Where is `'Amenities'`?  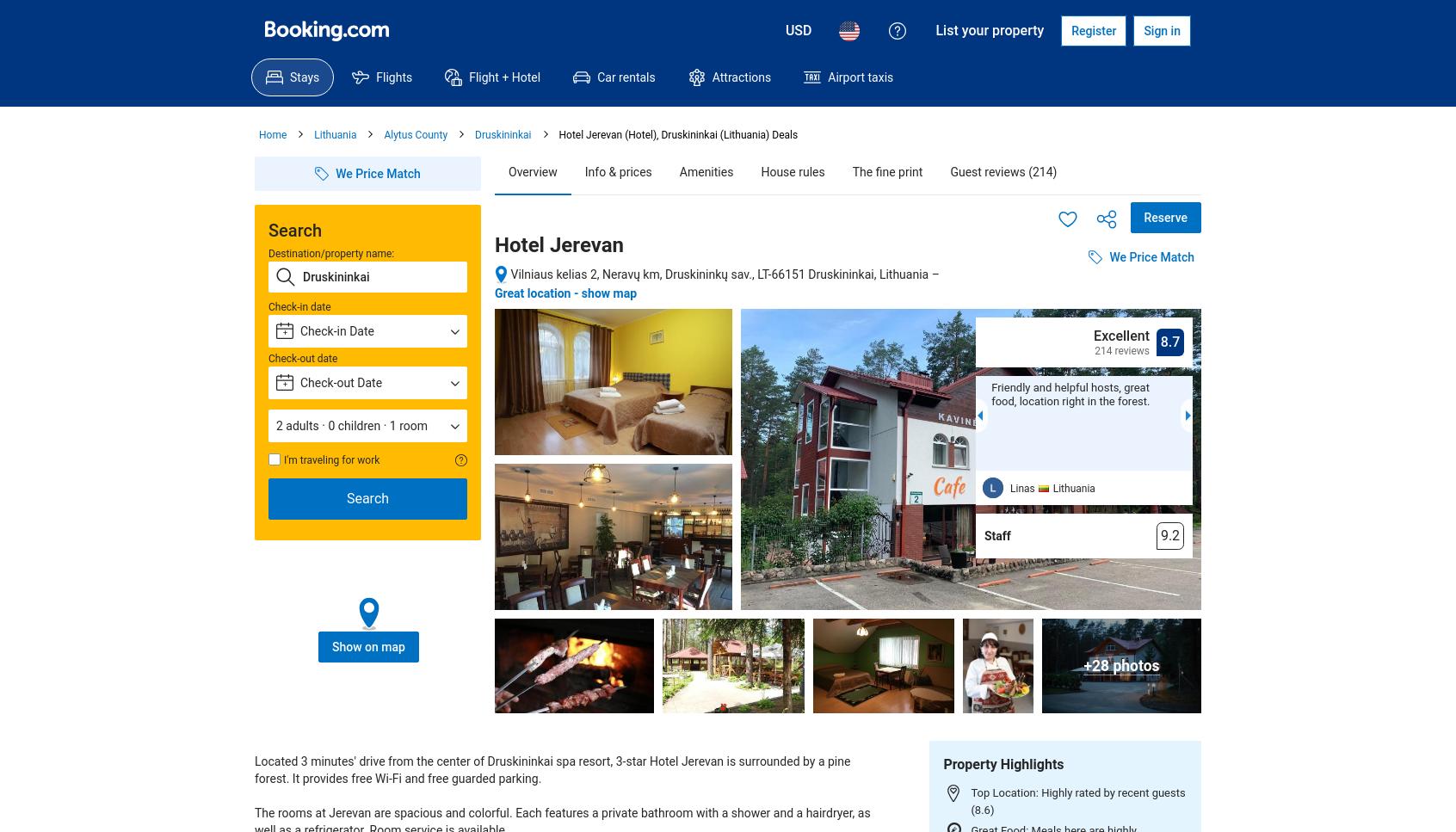
'Amenities' is located at coordinates (706, 170).